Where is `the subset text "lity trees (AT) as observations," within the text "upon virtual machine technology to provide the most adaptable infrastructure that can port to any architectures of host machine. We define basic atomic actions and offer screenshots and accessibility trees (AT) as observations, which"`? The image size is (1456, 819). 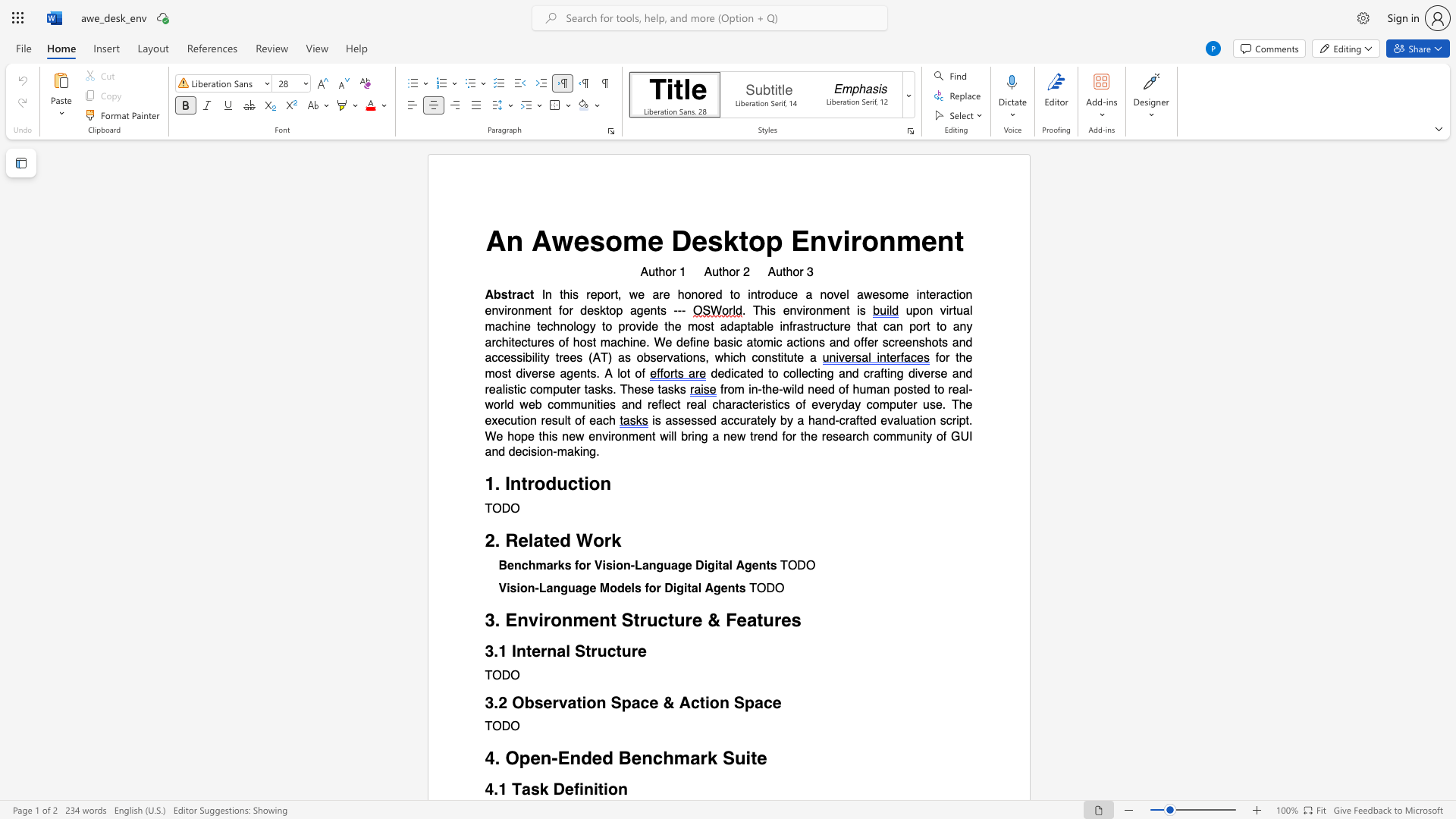 the subset text "lity trees (AT) as observations," within the text "upon virtual machine technology to provide the most adaptable infrastructure that can port to any architectures of host machine. We define basic atomic actions and offer screenshots and accessibility trees (AT) as observations, which" is located at coordinates (535, 358).